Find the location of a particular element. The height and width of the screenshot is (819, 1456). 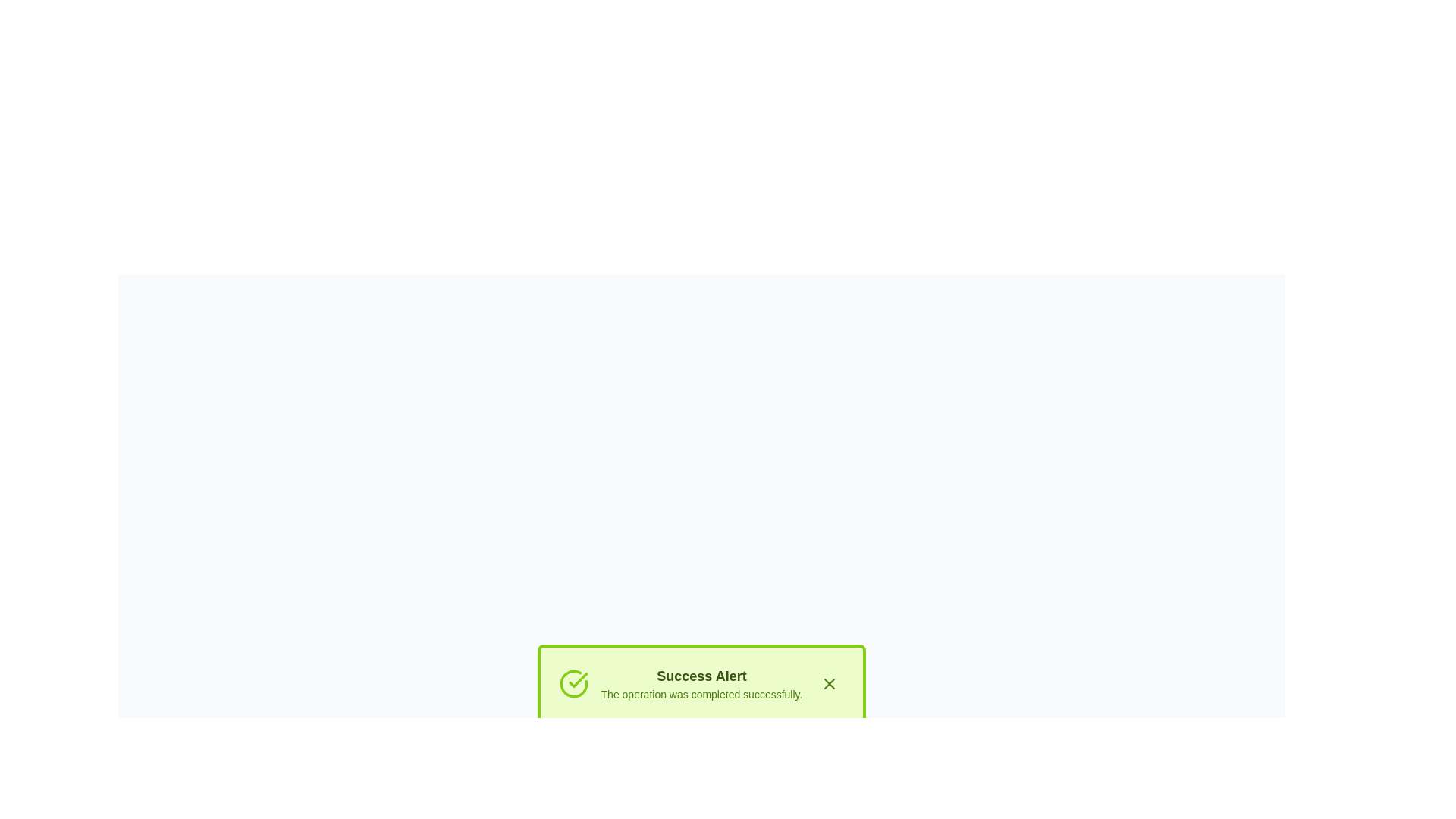

informational text component within the alert box displaying 'Success Alert' and 'The operation was completed successfully' is located at coordinates (701, 684).